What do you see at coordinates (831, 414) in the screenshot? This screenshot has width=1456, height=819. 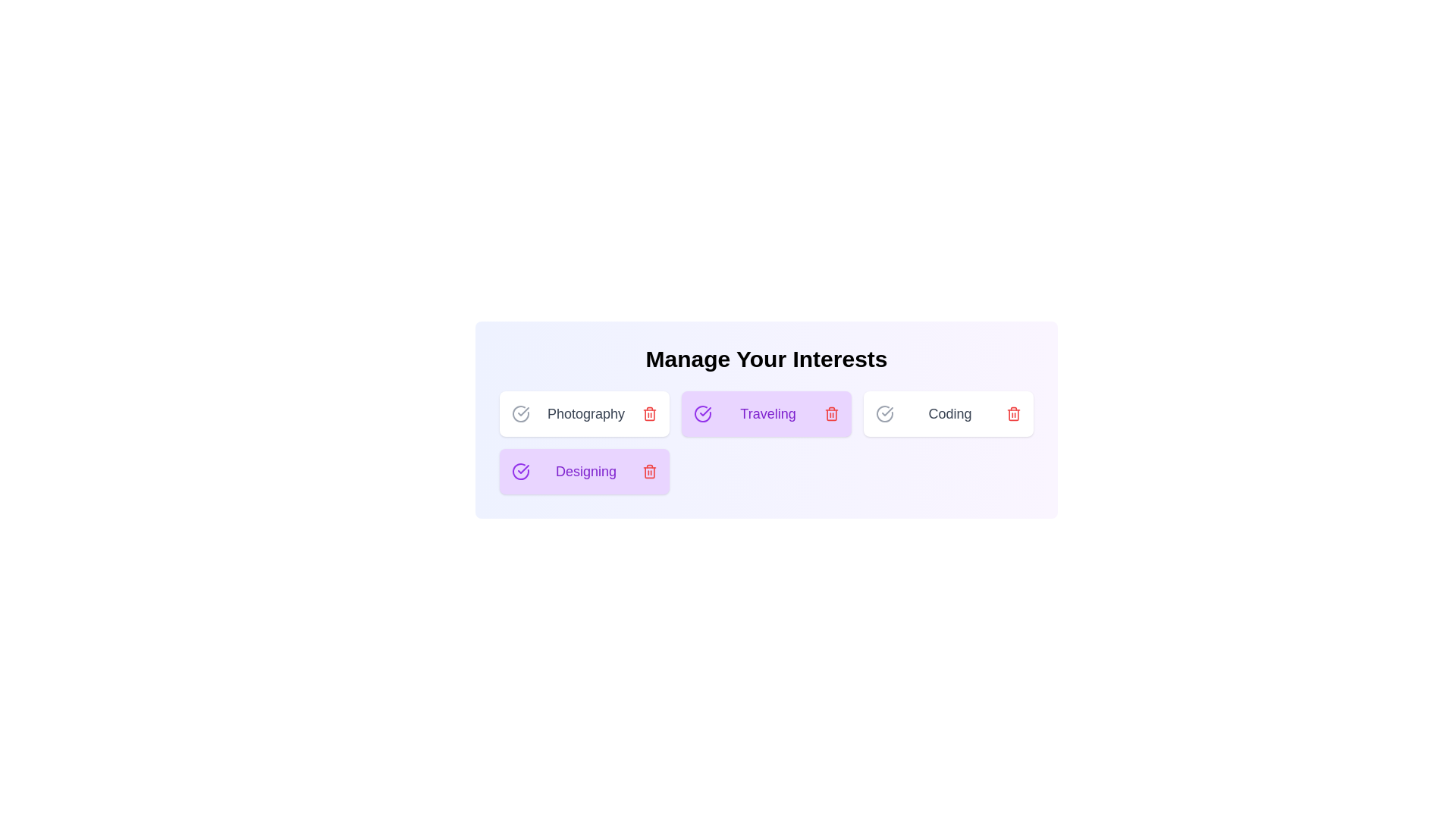 I see `delete icon for the chip labeled 'Traveling' to remove it` at bounding box center [831, 414].